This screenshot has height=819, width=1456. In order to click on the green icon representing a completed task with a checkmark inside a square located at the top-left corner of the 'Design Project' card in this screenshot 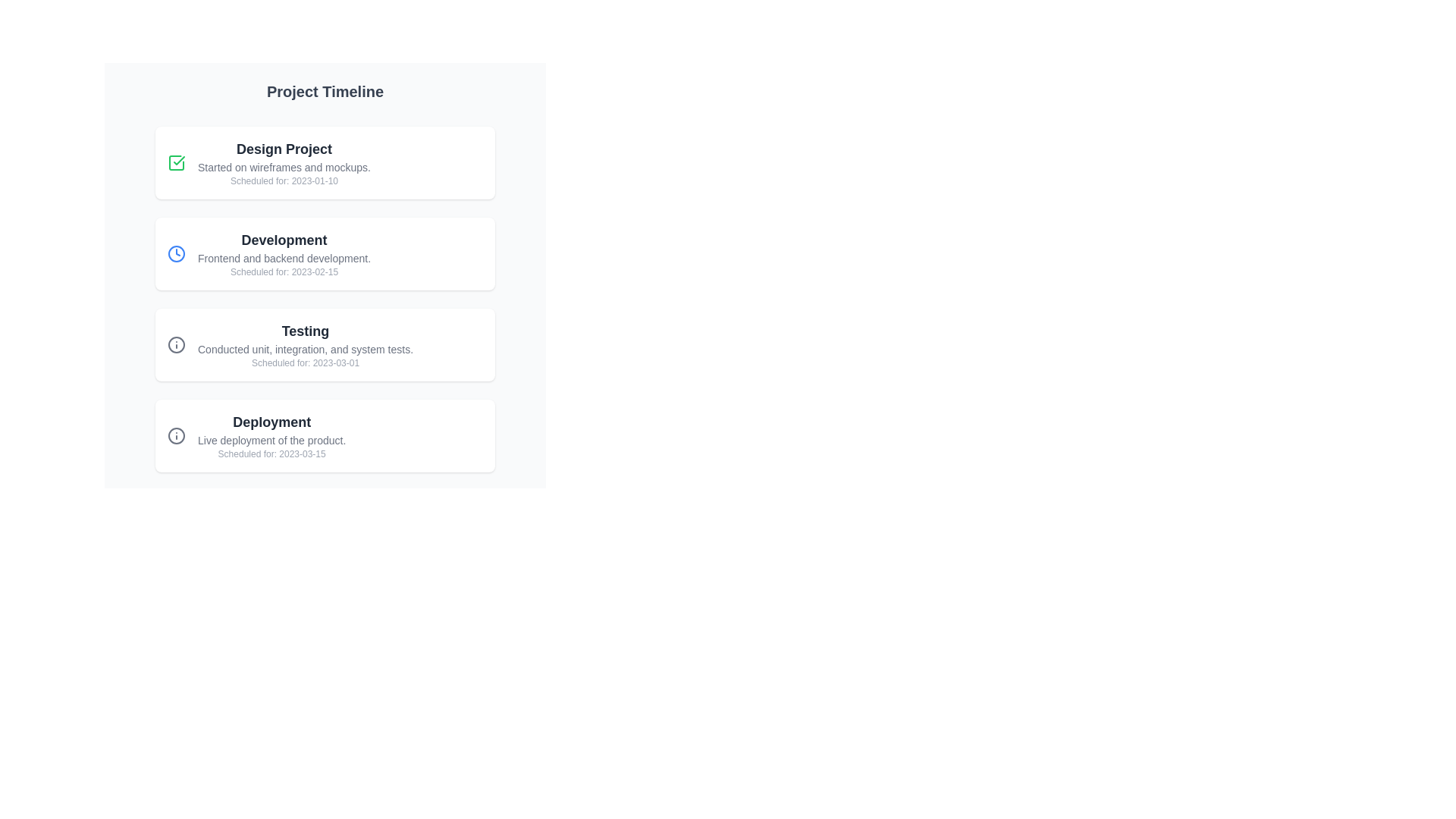, I will do `click(177, 163)`.